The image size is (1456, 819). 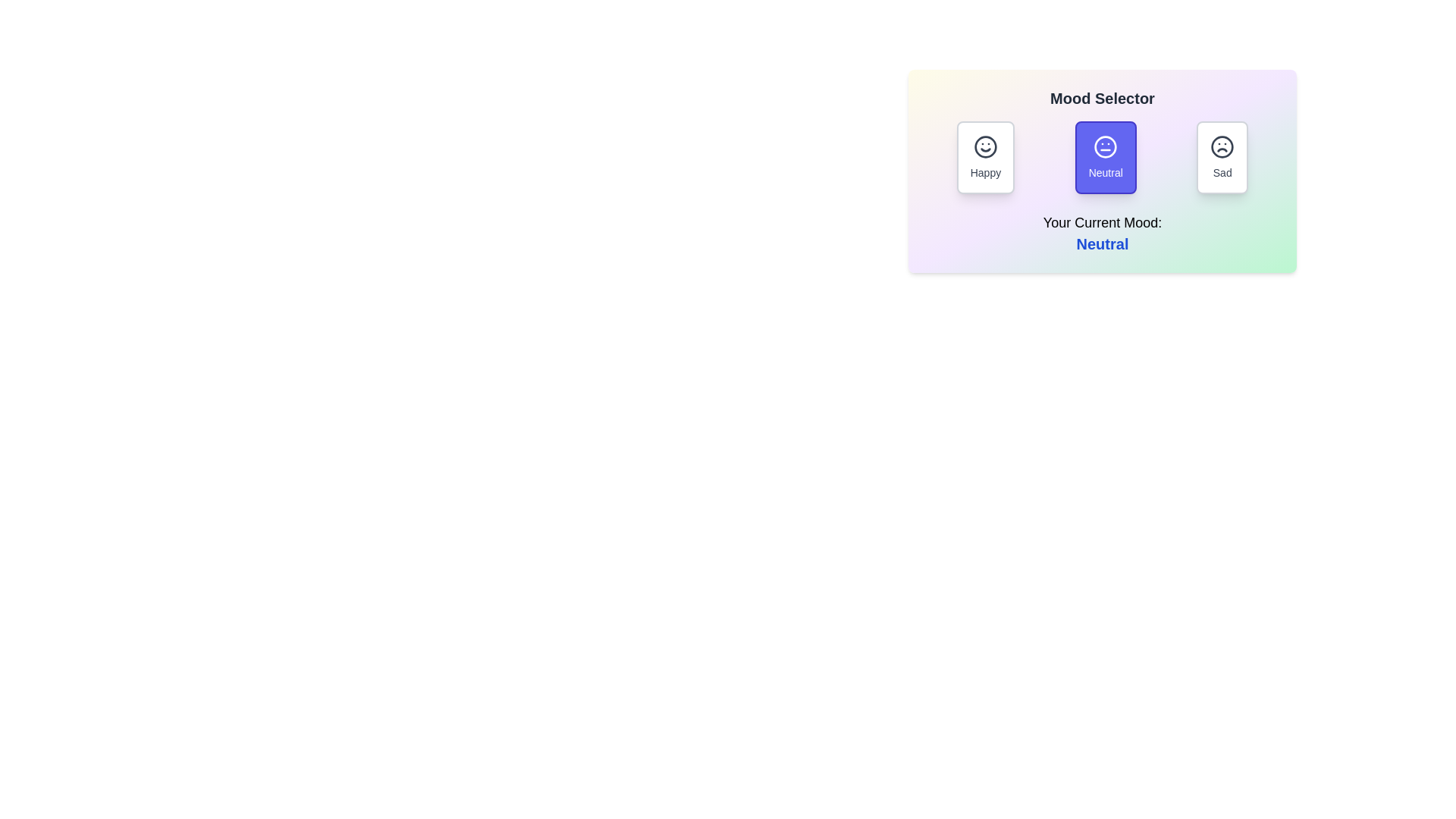 What do you see at coordinates (1222, 171) in the screenshot?
I see `the 'Sad' text label in the 'Mood Selector' section, which displays the word 'Sad' in a light color and is positioned centrally below the sad face icon` at bounding box center [1222, 171].